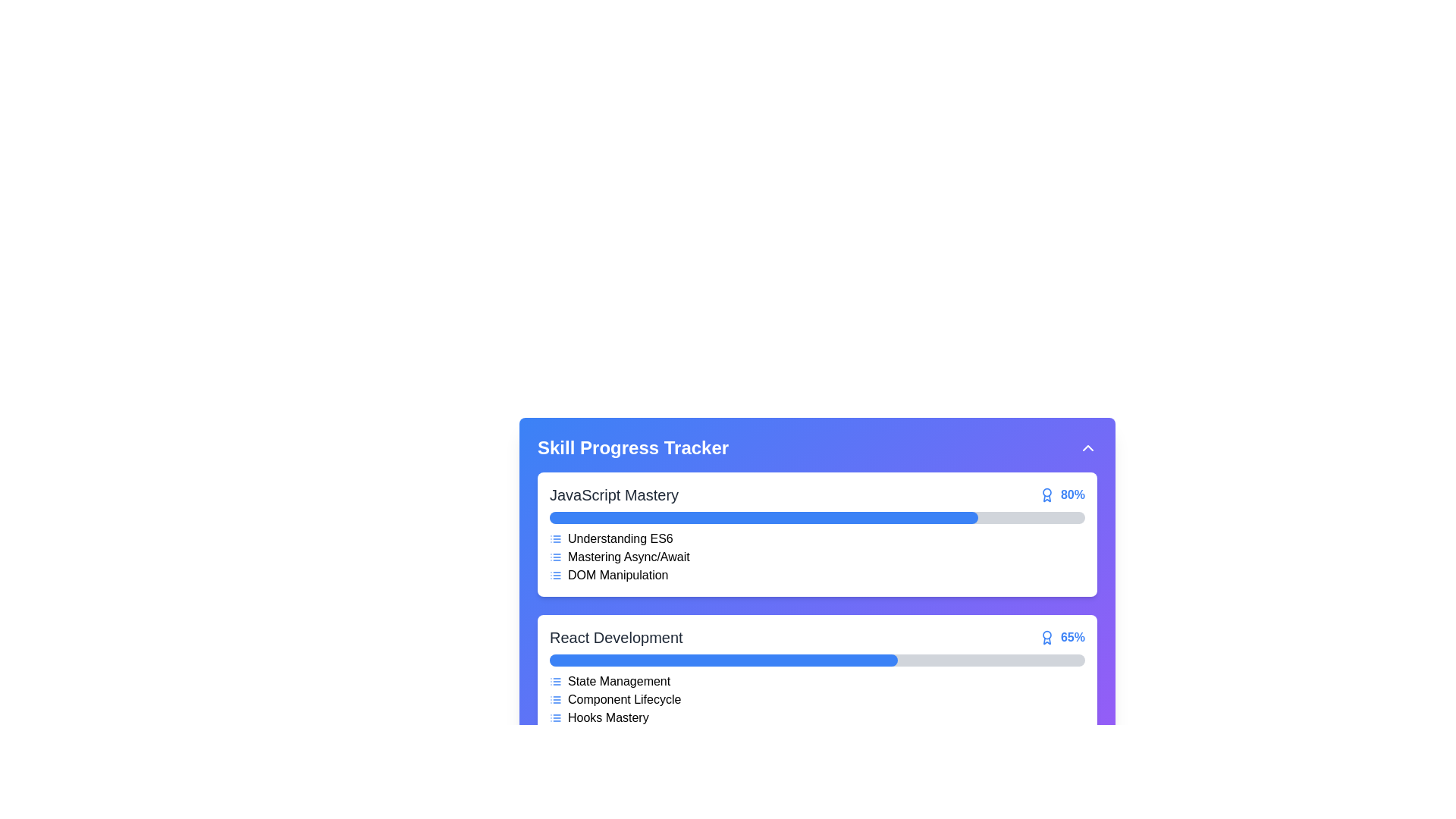  I want to click on the icon representing the category or type of content associated with the text 'Mastering Async/Await' in the 'JavaScript Mastery' section of the 'Skill Progress Tracker', so click(555, 557).